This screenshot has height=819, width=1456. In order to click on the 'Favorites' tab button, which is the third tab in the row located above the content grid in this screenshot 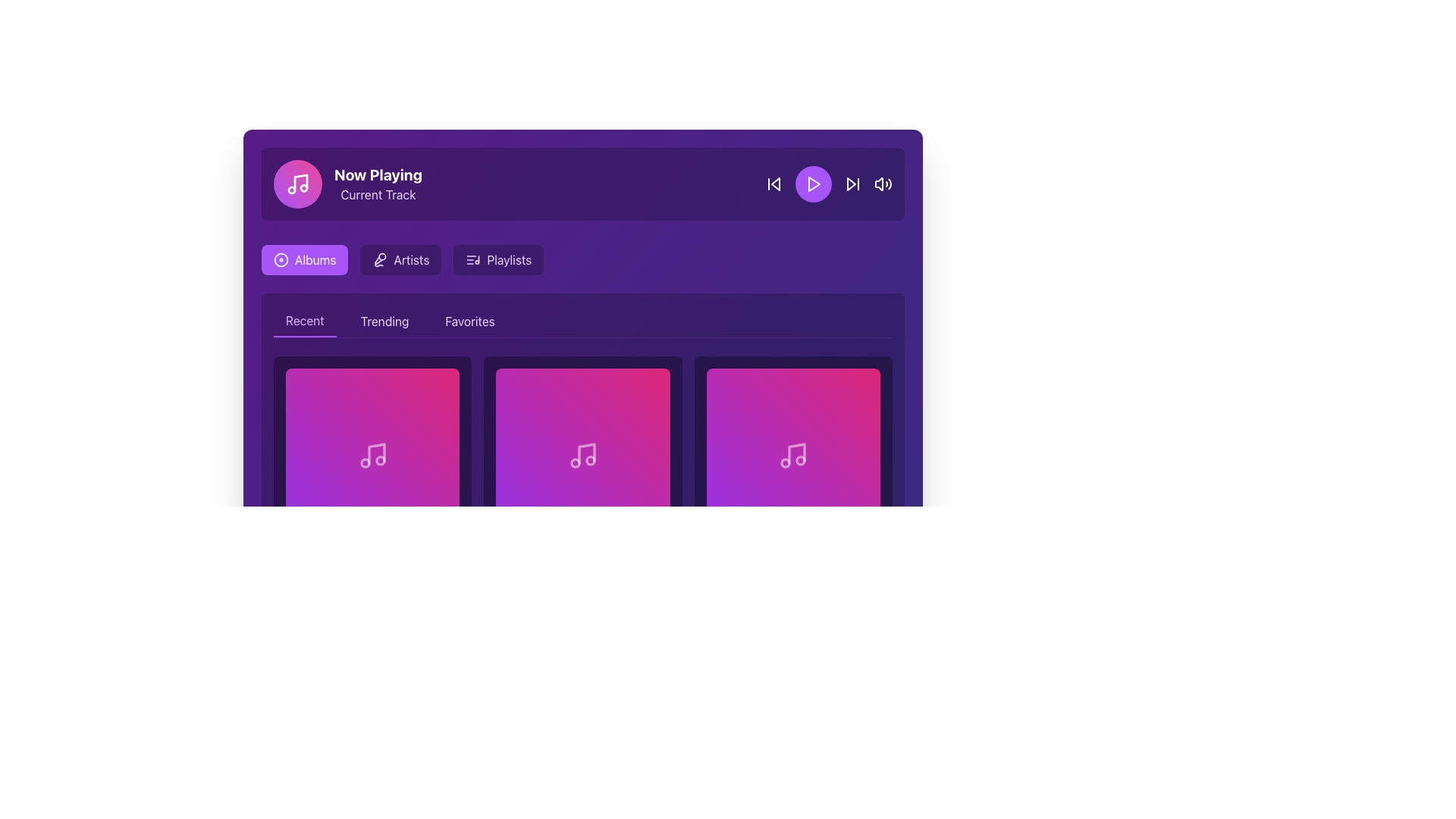, I will do `click(469, 321)`.